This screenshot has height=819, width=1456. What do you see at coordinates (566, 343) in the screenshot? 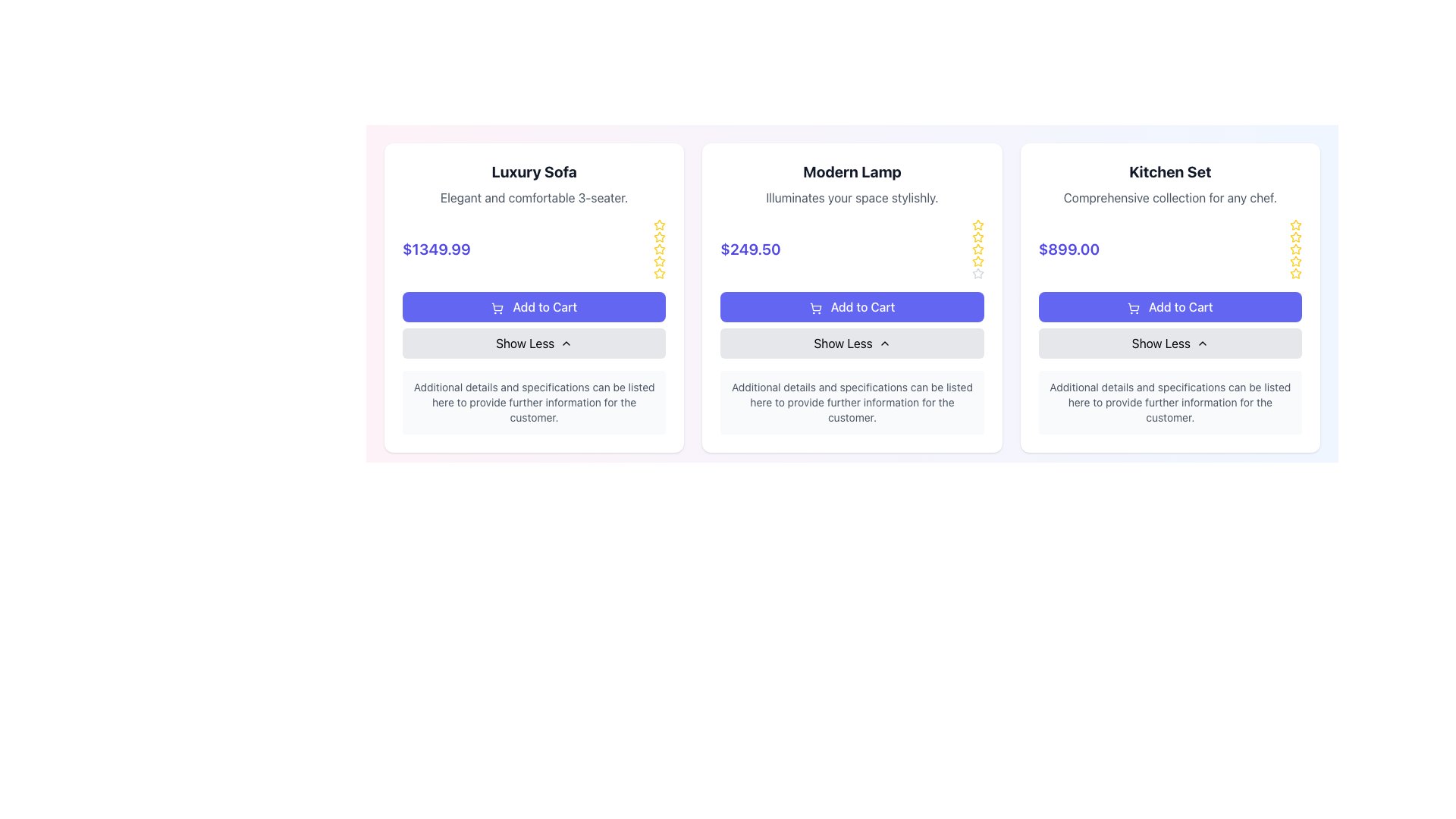
I see `the Toggle icon (upward-pointing chevron) located in the top-right corner of the 'Show Less' button for the Modern Lamp card to collapse the expanded card details` at bounding box center [566, 343].